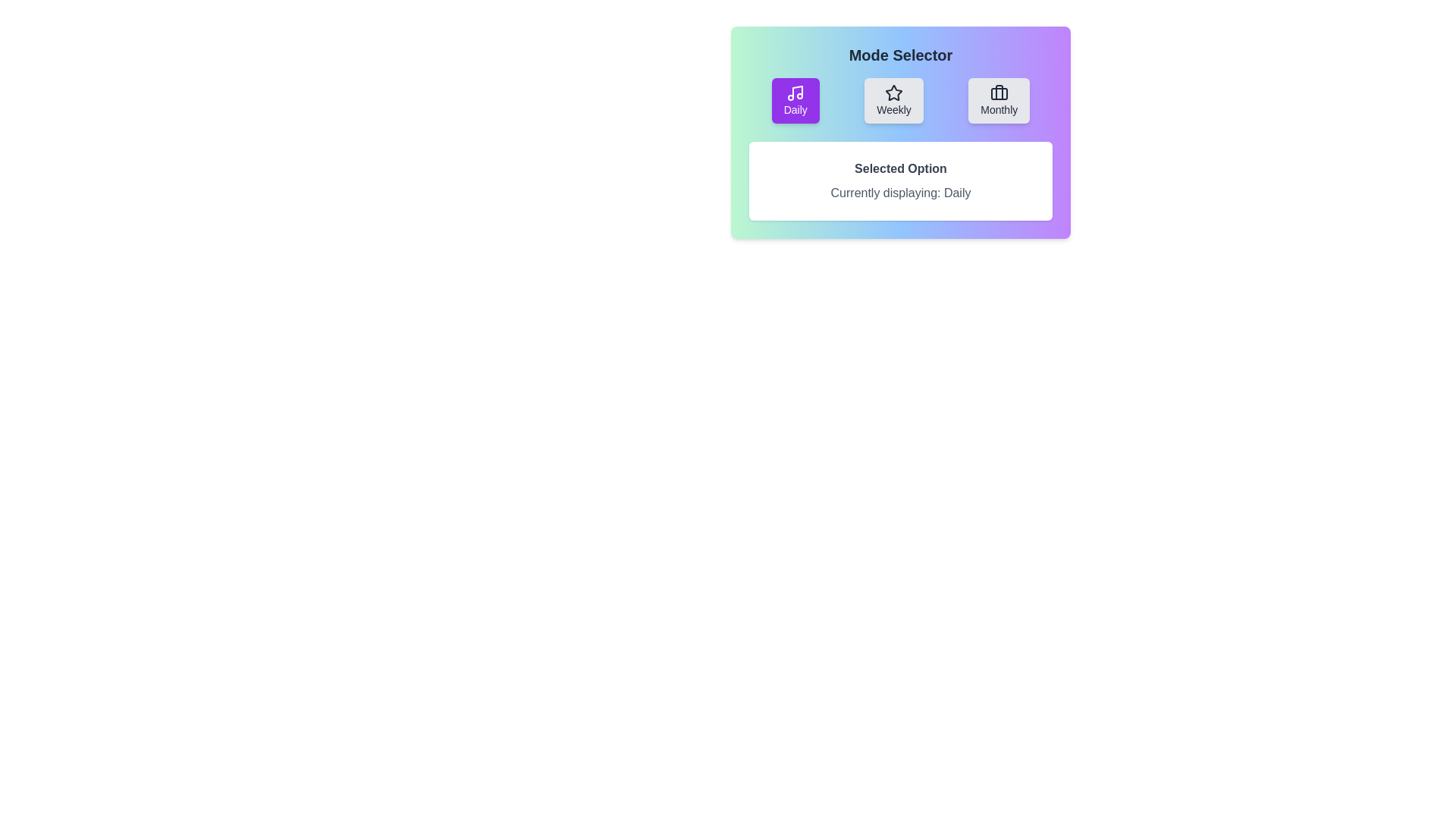 This screenshot has height=819, width=1456. I want to click on the star outline graphical icon located at the top-center part of the interface, so click(894, 93).